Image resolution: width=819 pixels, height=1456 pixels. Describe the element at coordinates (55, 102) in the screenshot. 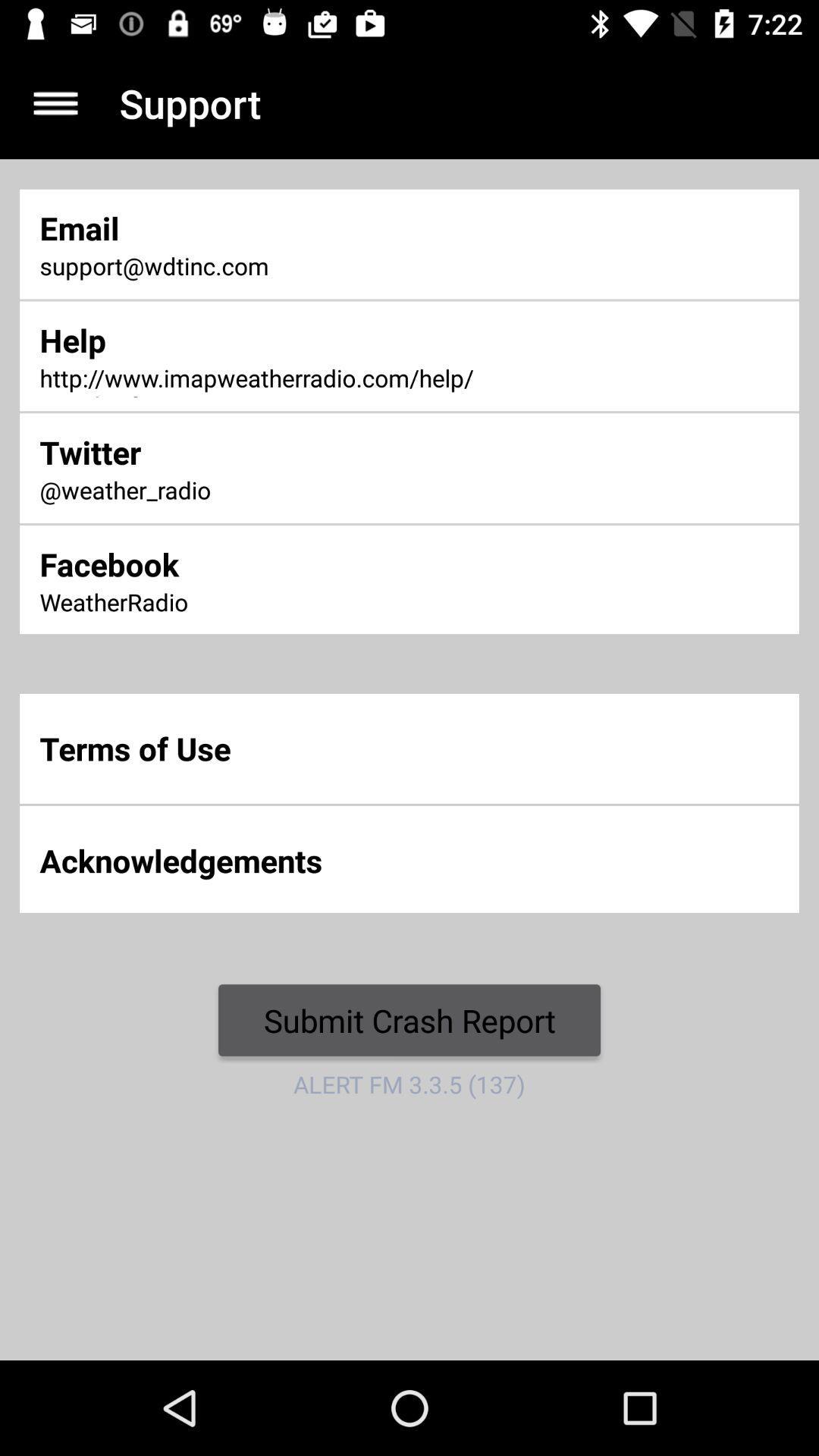

I see `icon next to the support app` at that location.